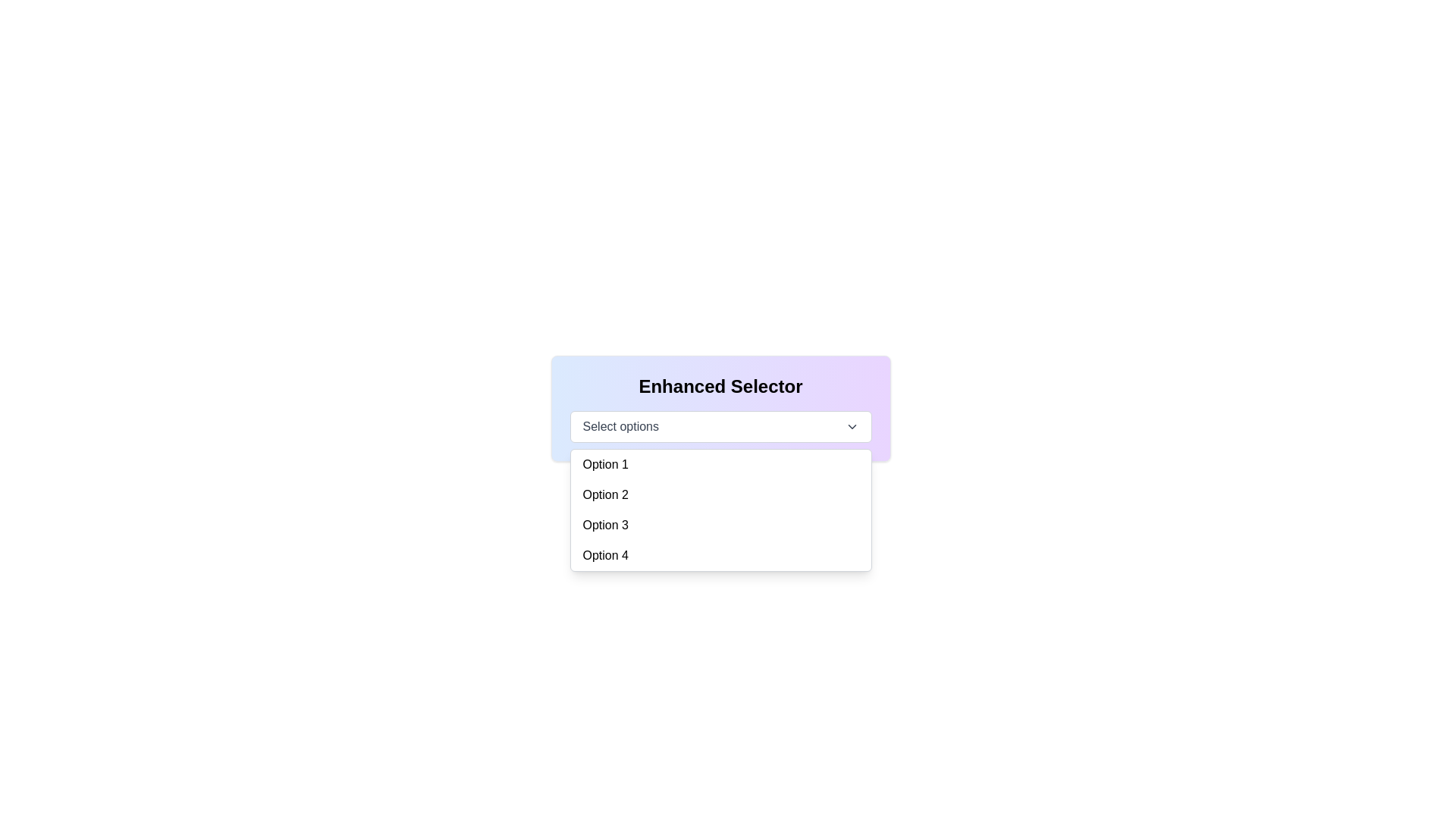 The height and width of the screenshot is (819, 1456). I want to click on an option from the Dropdown menu located below the 'Enhanced Selector' heading by clicking on it, so click(720, 427).